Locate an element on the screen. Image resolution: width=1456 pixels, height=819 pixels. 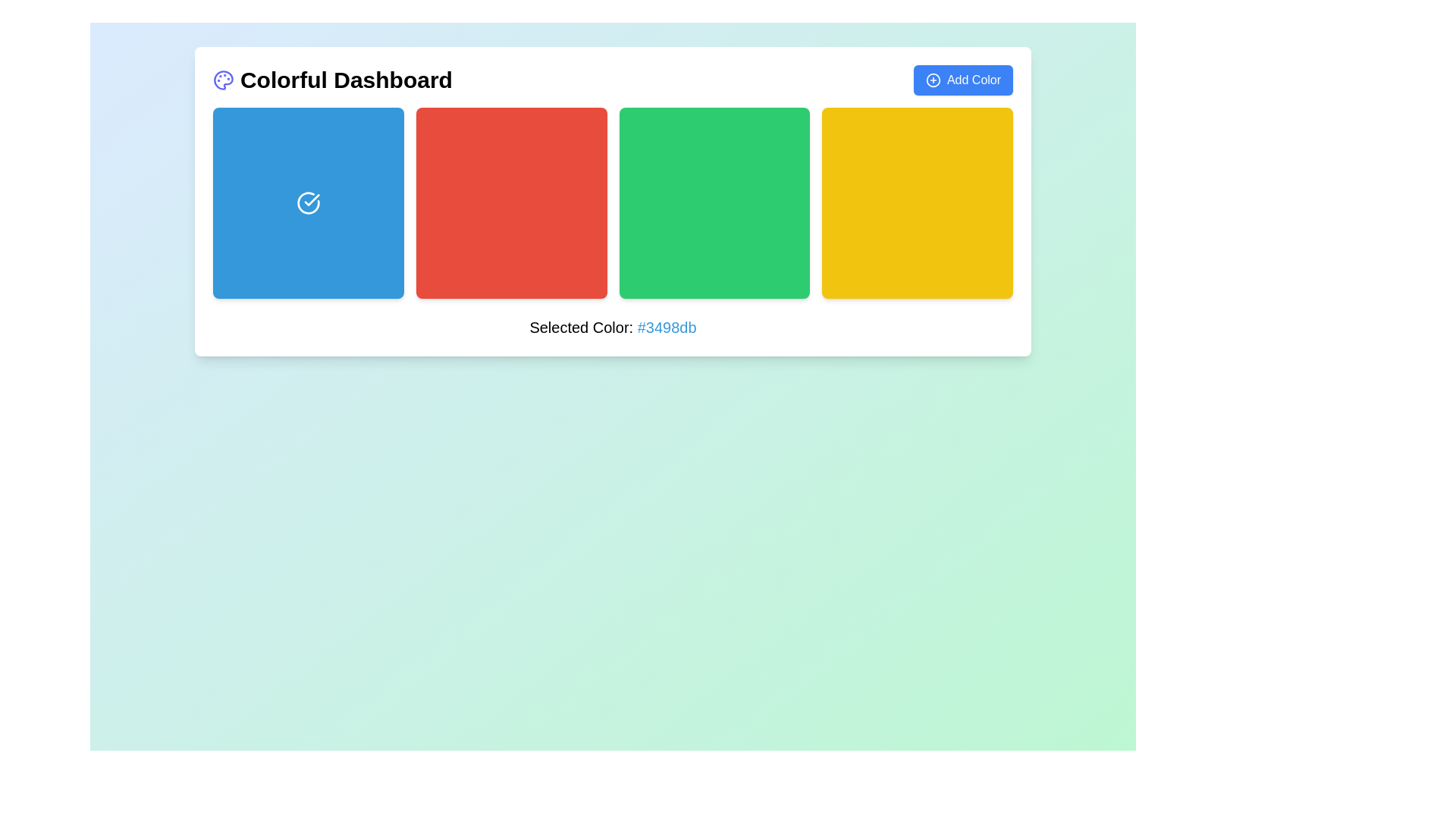
hexadecimal color code displayed in the stylized text component showing '#3498db', which is positioned centrally below the row of colored tiles is located at coordinates (667, 326).